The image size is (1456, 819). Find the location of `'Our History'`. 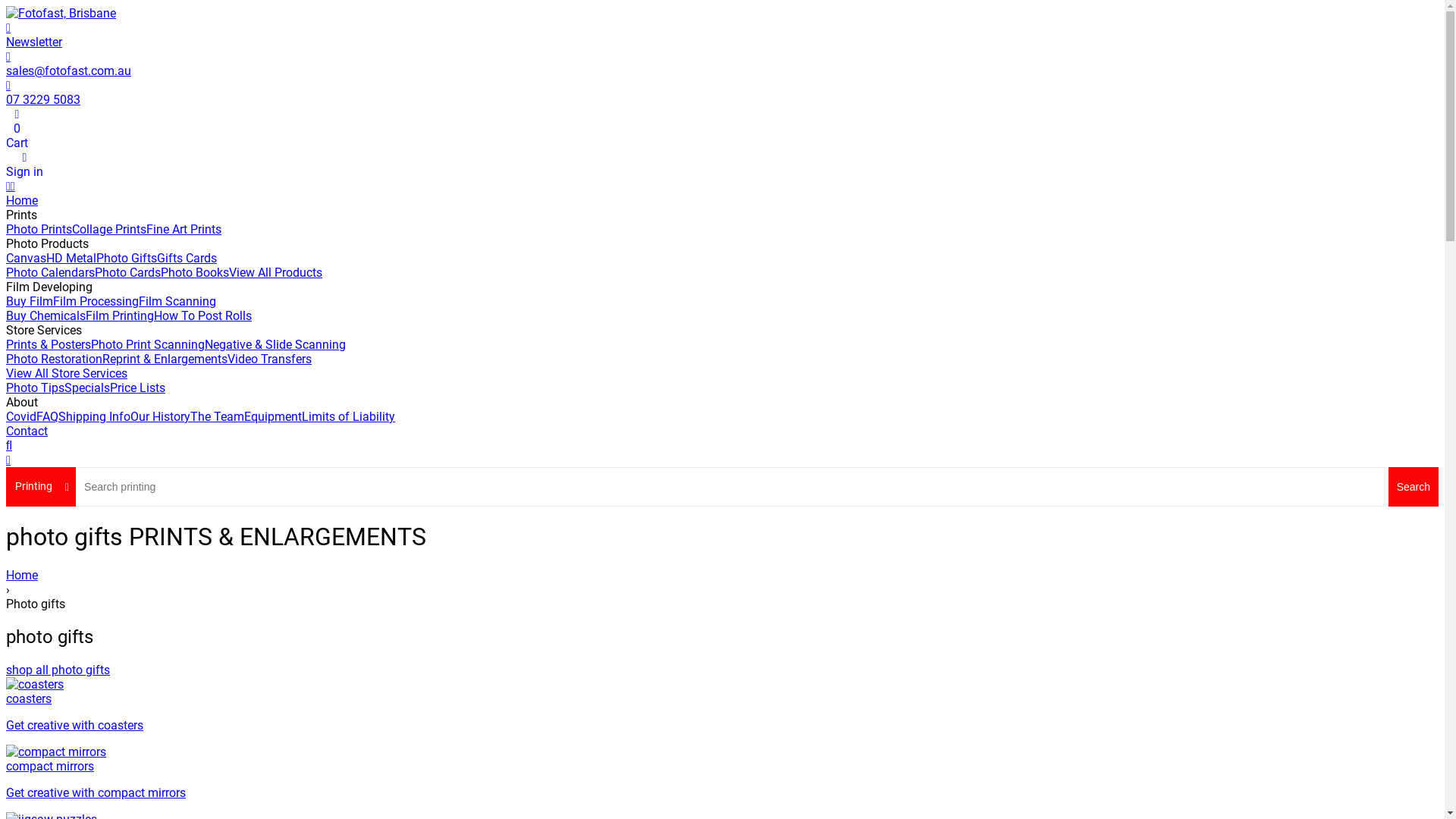

'Our History' is located at coordinates (160, 416).